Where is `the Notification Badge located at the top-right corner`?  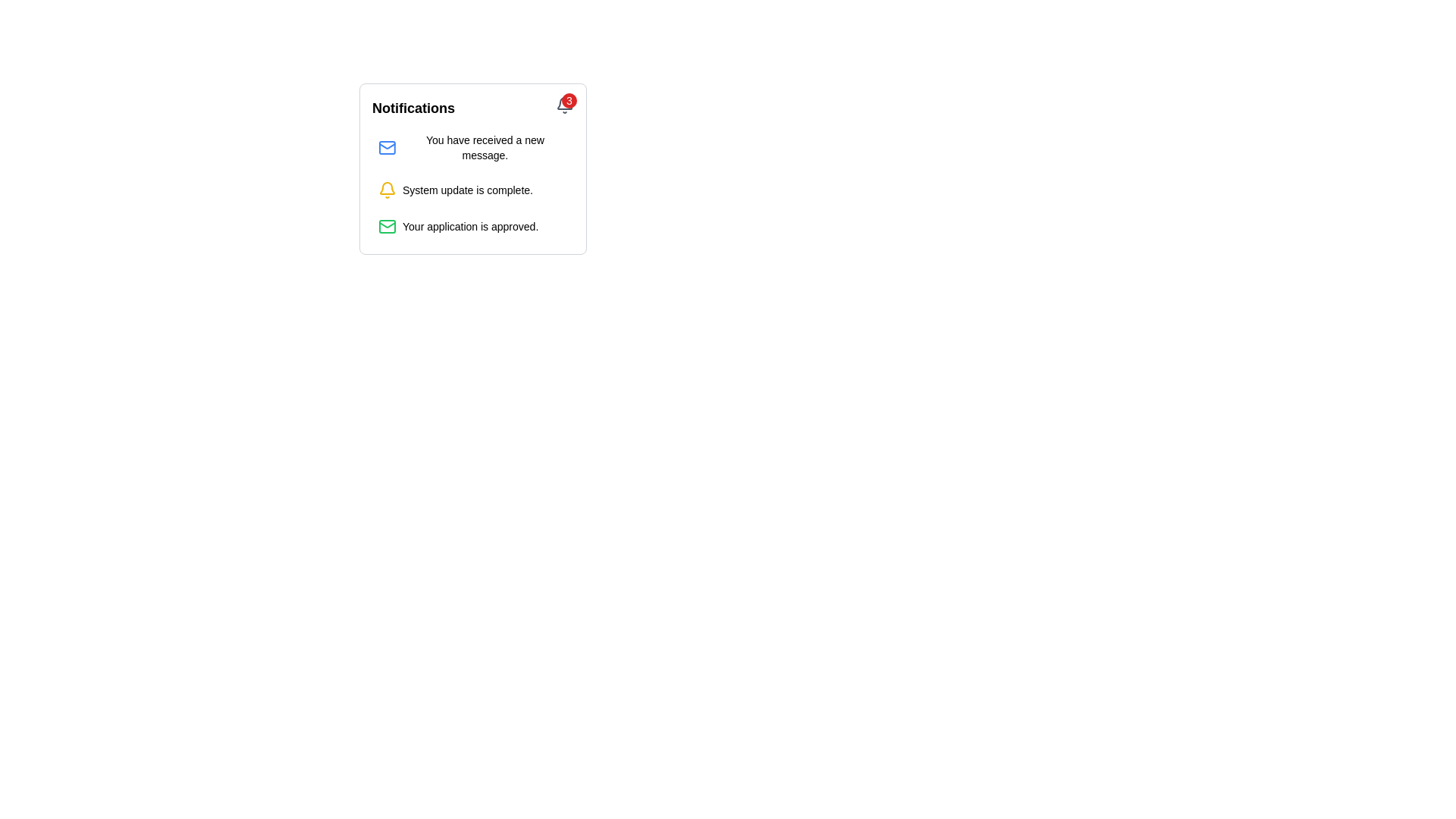 the Notification Badge located at the top-right corner is located at coordinates (568, 100).